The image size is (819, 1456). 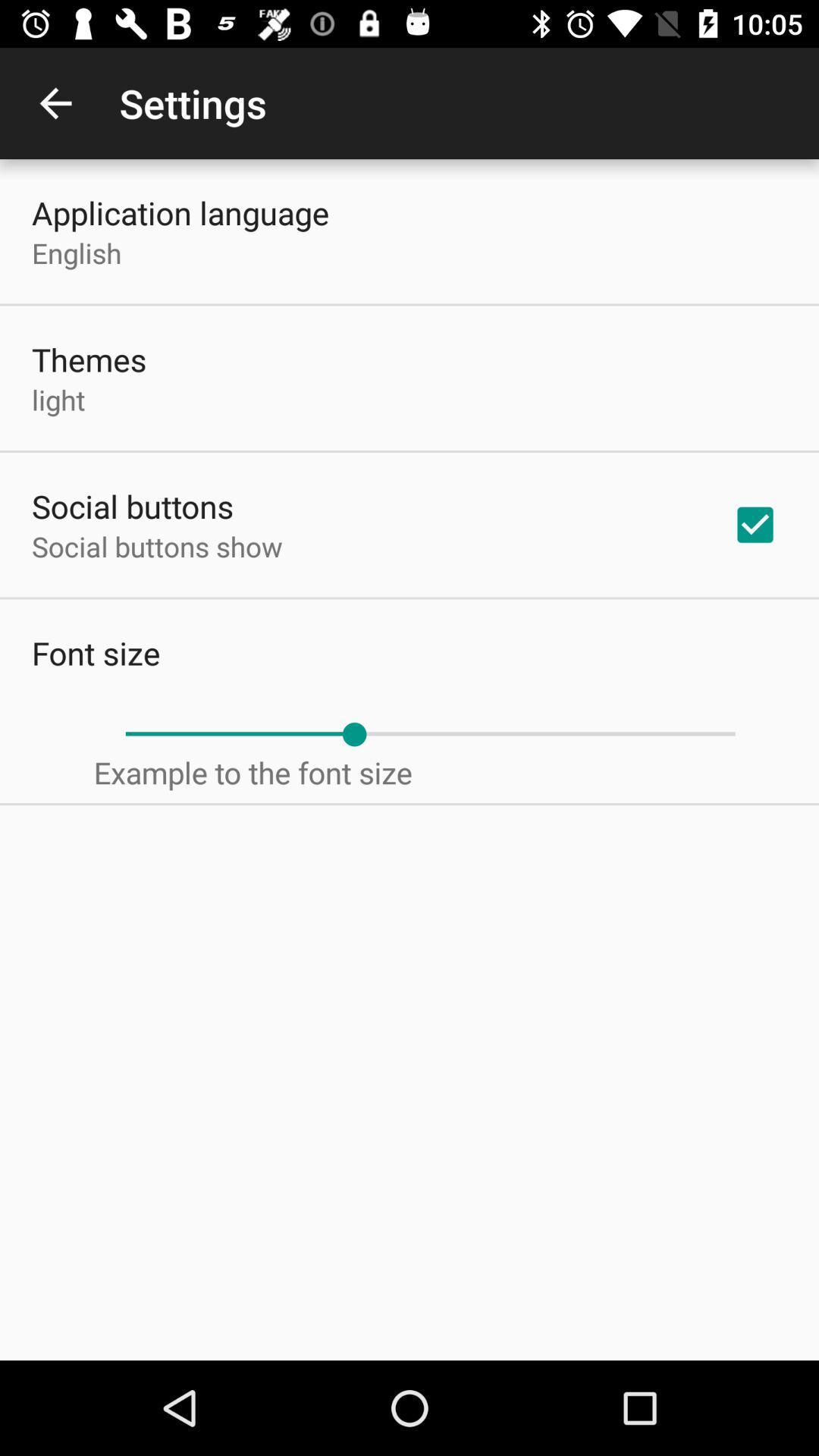 I want to click on light, so click(x=58, y=400).